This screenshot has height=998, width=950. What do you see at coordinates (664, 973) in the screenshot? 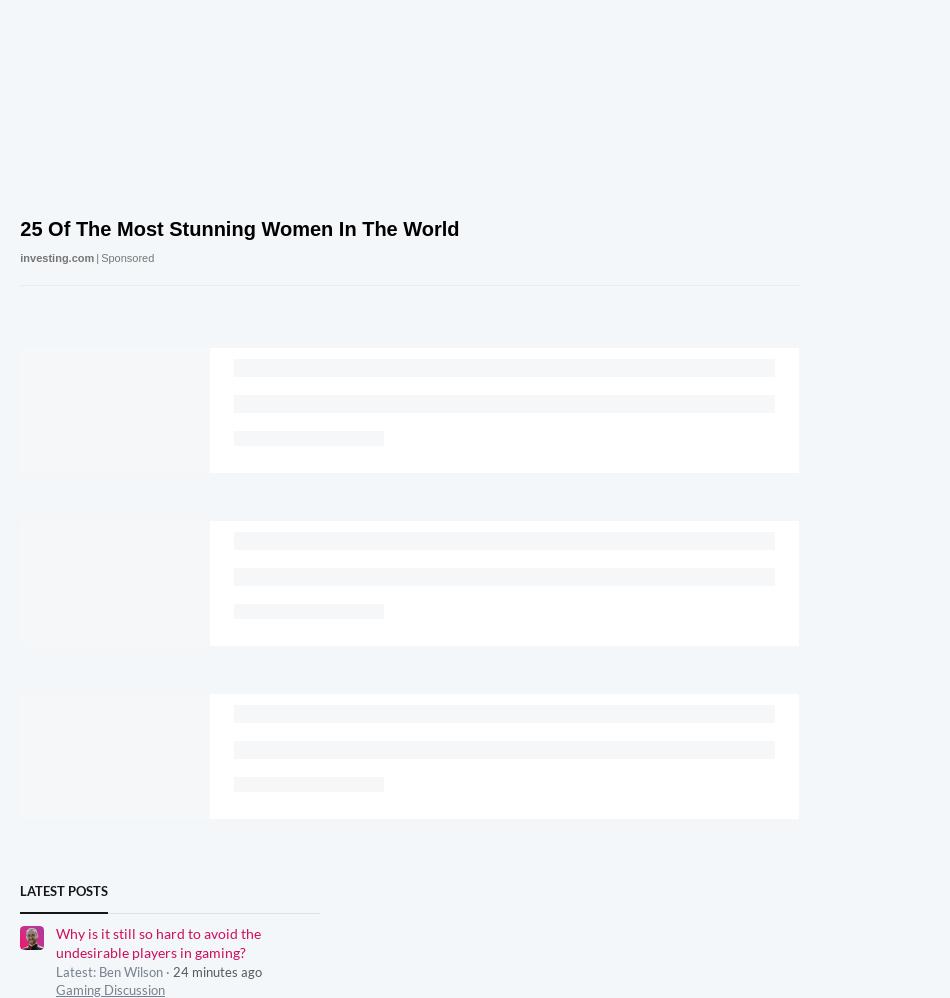
I see `'Terms & Conditions'` at bounding box center [664, 973].